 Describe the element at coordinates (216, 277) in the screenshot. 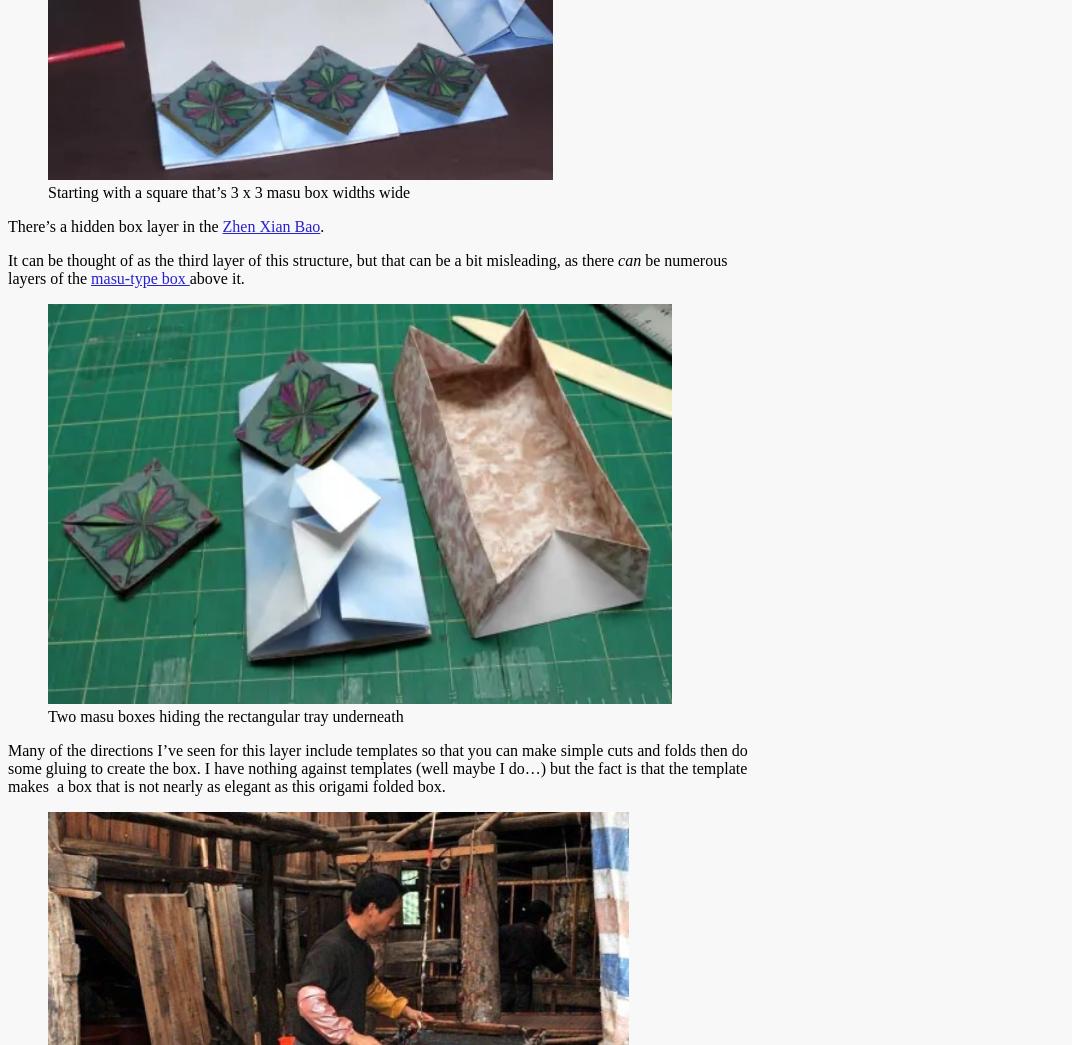

I see `'above it.'` at that location.